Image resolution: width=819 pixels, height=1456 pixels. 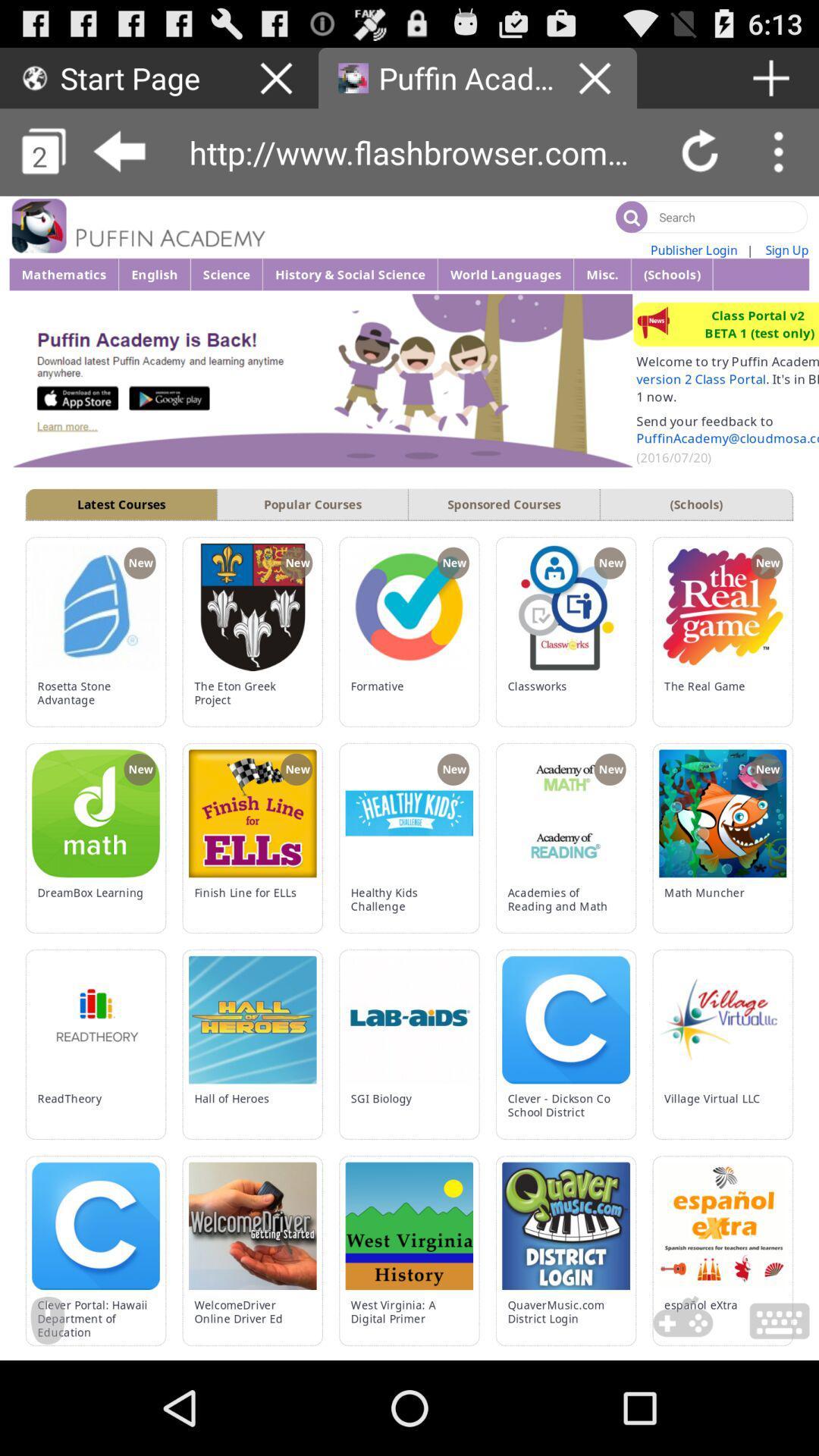 I want to click on the arrow_backward icon, so click(x=118, y=163).